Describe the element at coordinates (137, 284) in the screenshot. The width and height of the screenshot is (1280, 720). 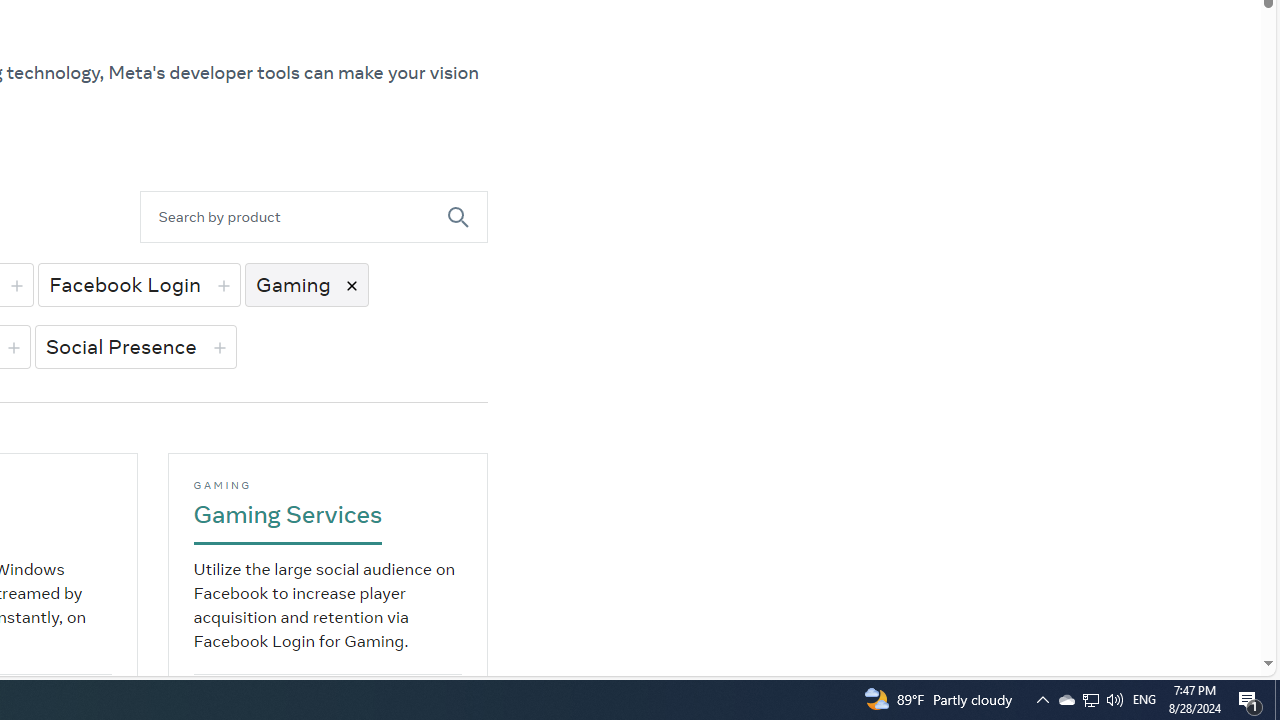
I see `'Facebook Login'` at that location.